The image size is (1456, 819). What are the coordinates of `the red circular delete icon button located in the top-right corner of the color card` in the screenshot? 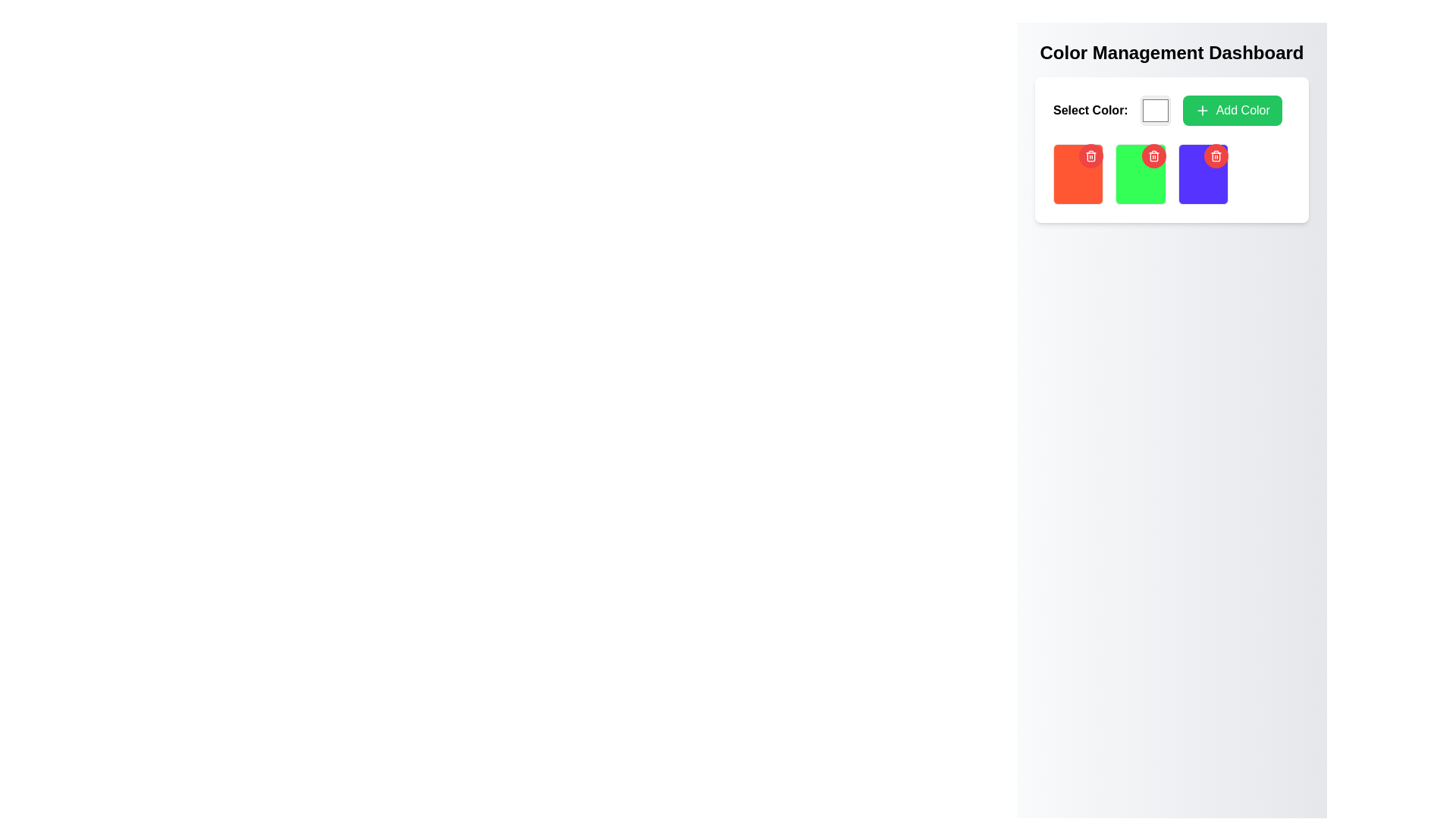 It's located at (1153, 155).